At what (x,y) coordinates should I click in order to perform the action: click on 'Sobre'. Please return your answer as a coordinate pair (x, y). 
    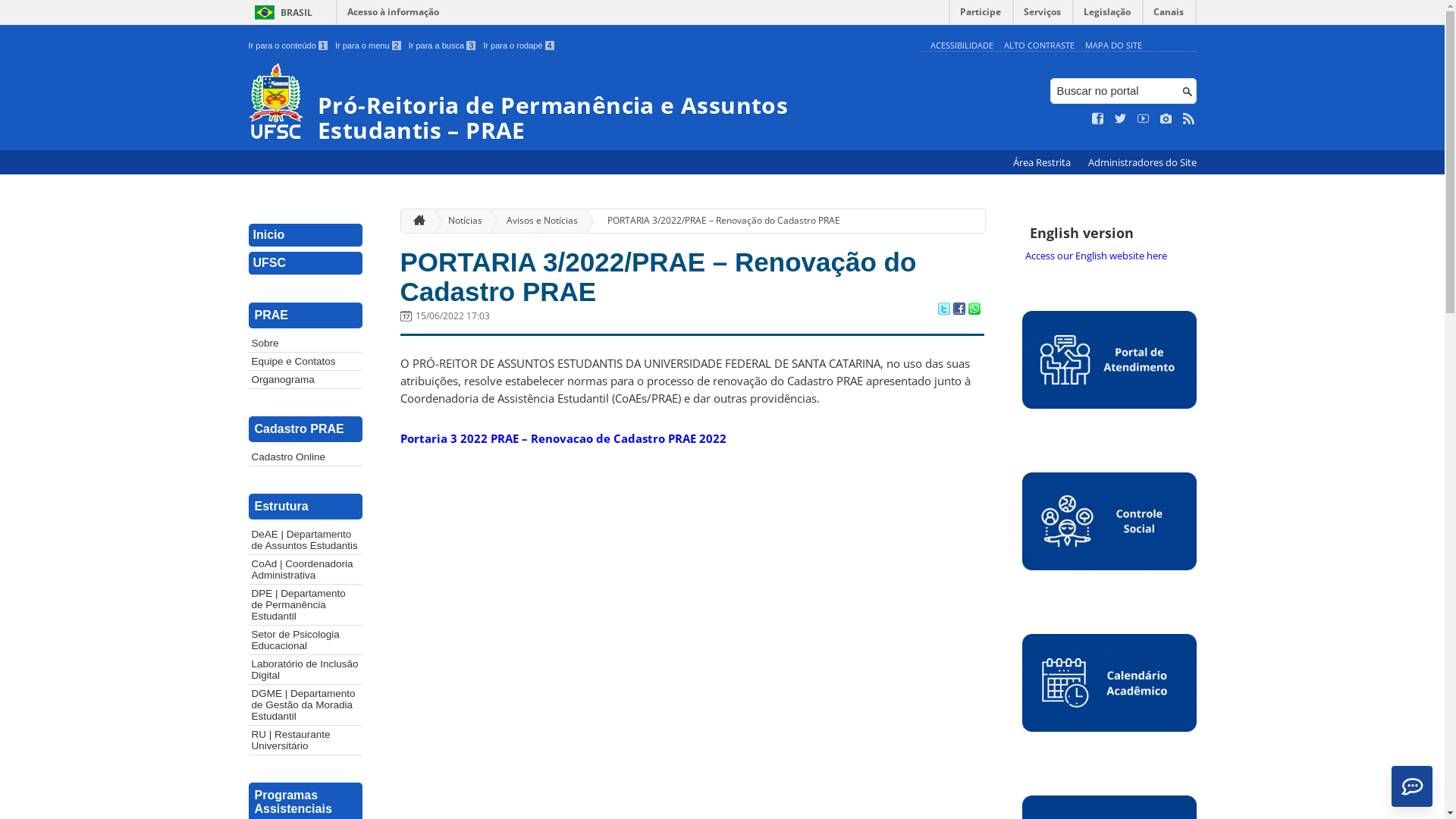
    Looking at the image, I should click on (248, 343).